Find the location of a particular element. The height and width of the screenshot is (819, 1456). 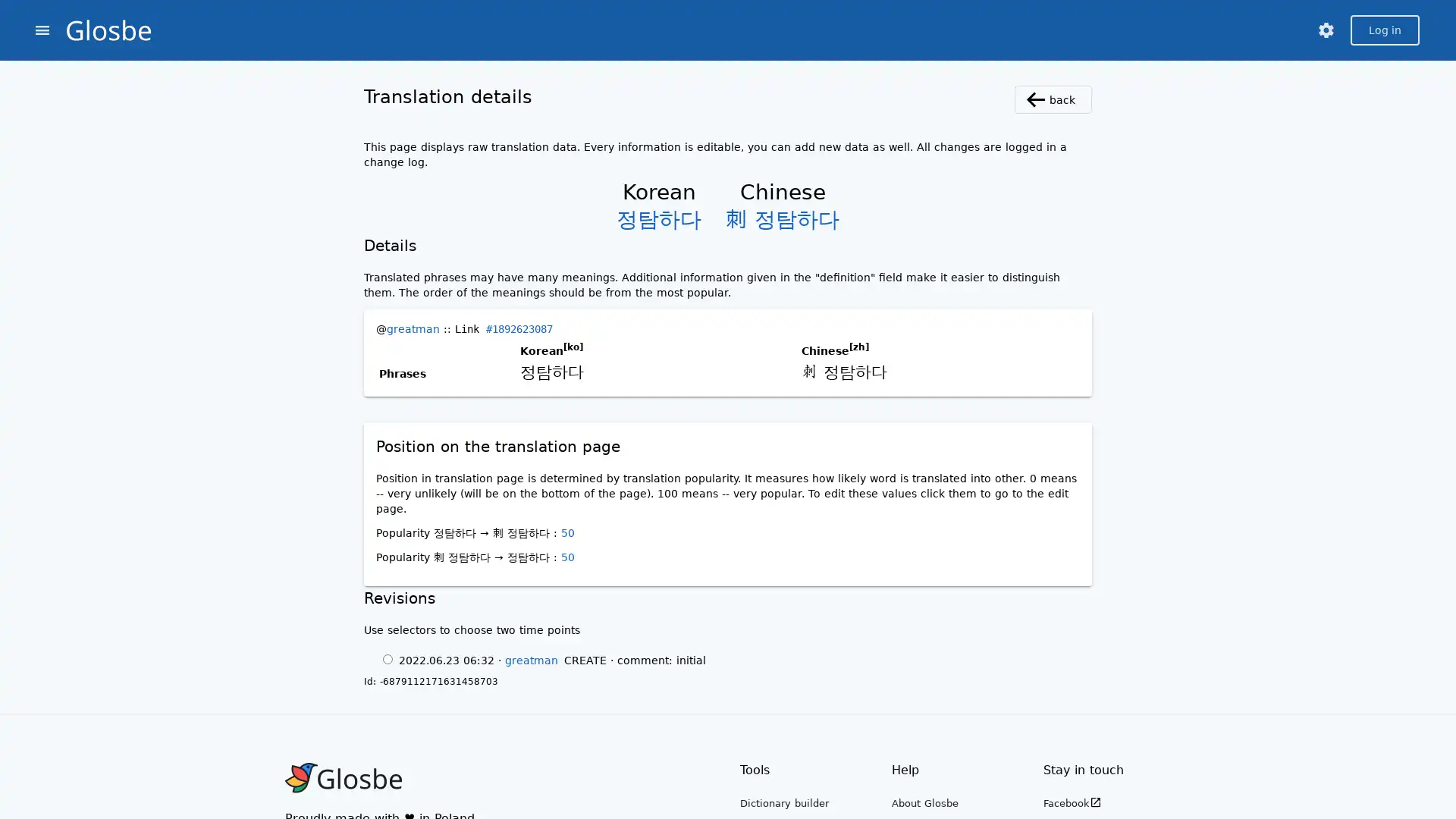

menu is located at coordinates (42, 30).